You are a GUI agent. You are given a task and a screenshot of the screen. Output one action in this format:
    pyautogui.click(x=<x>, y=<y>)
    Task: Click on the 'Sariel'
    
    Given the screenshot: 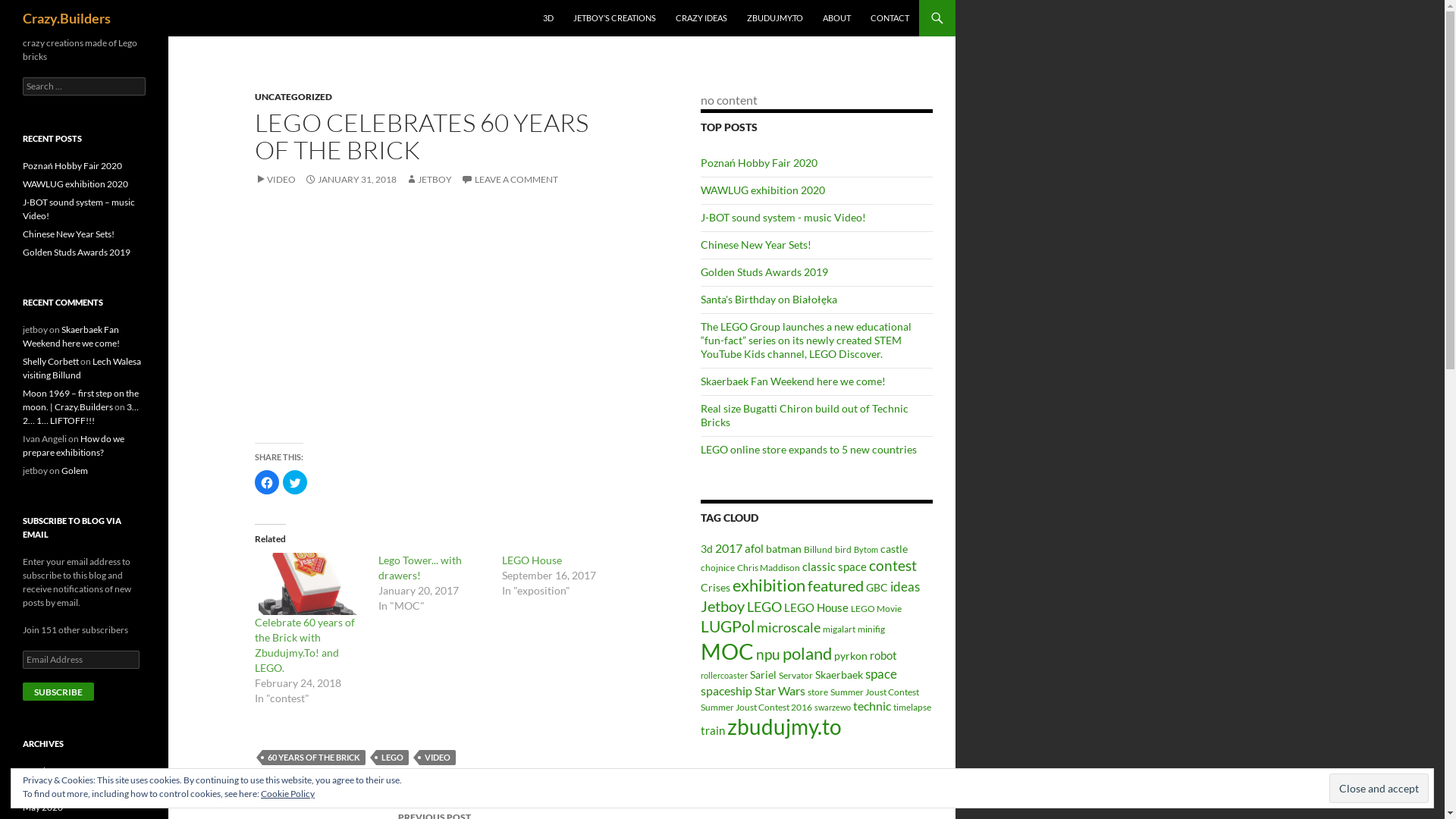 What is the action you would take?
    pyautogui.click(x=763, y=674)
    